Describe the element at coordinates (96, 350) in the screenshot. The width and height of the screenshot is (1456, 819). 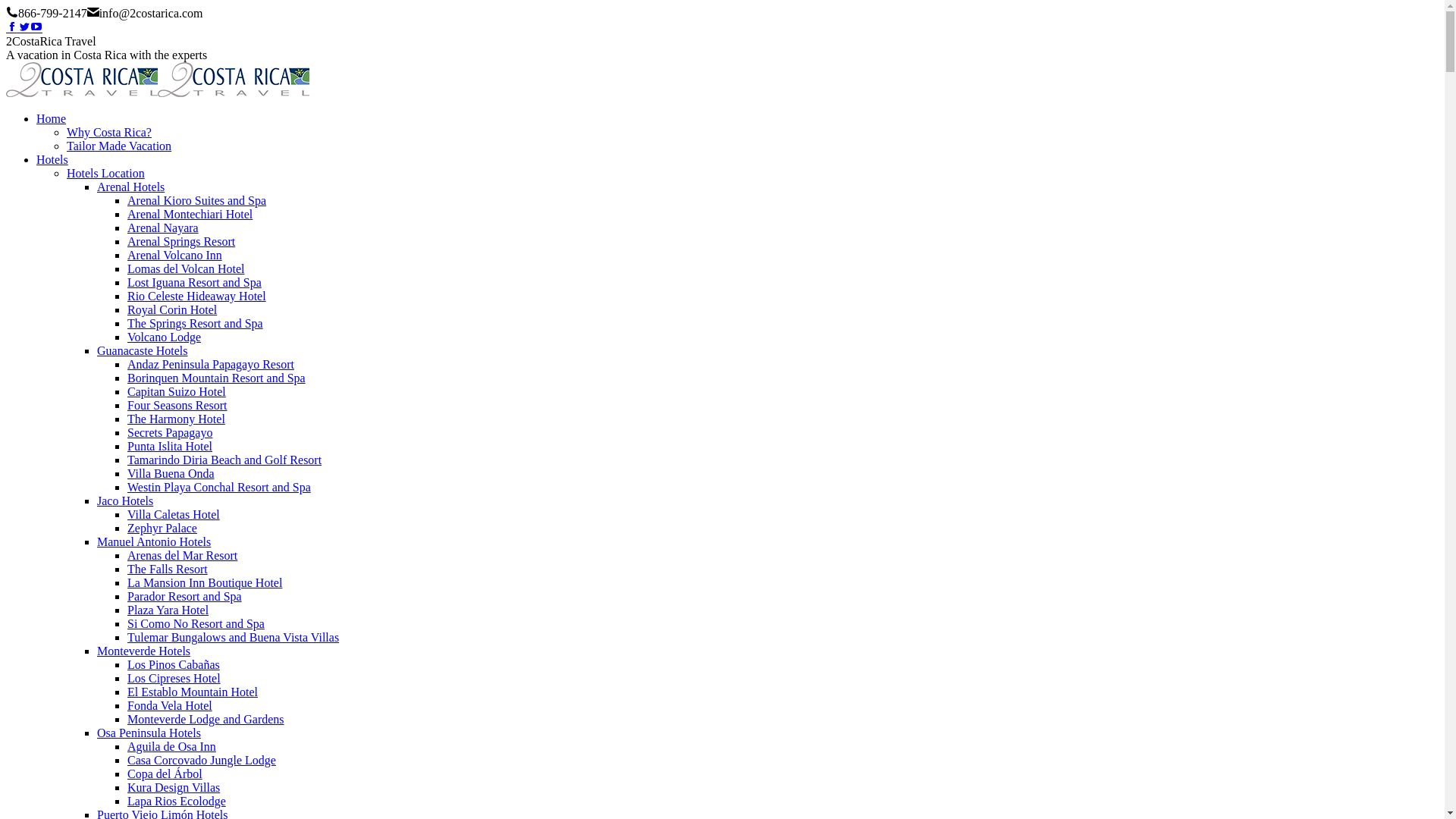
I see `'Guanacaste Hotels'` at that location.